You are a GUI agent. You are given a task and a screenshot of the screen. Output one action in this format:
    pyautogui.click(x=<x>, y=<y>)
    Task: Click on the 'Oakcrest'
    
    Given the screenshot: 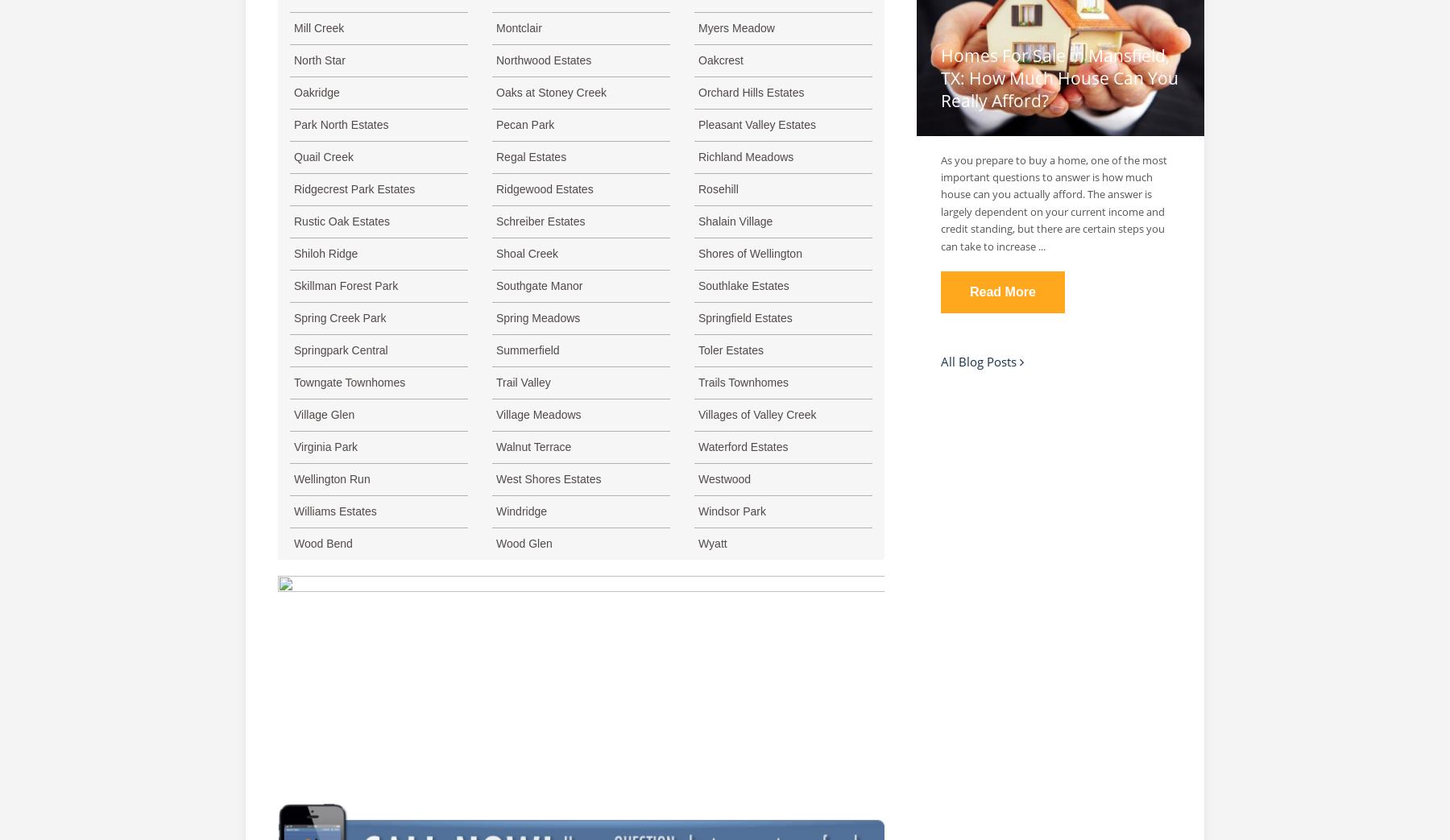 What is the action you would take?
    pyautogui.click(x=720, y=59)
    